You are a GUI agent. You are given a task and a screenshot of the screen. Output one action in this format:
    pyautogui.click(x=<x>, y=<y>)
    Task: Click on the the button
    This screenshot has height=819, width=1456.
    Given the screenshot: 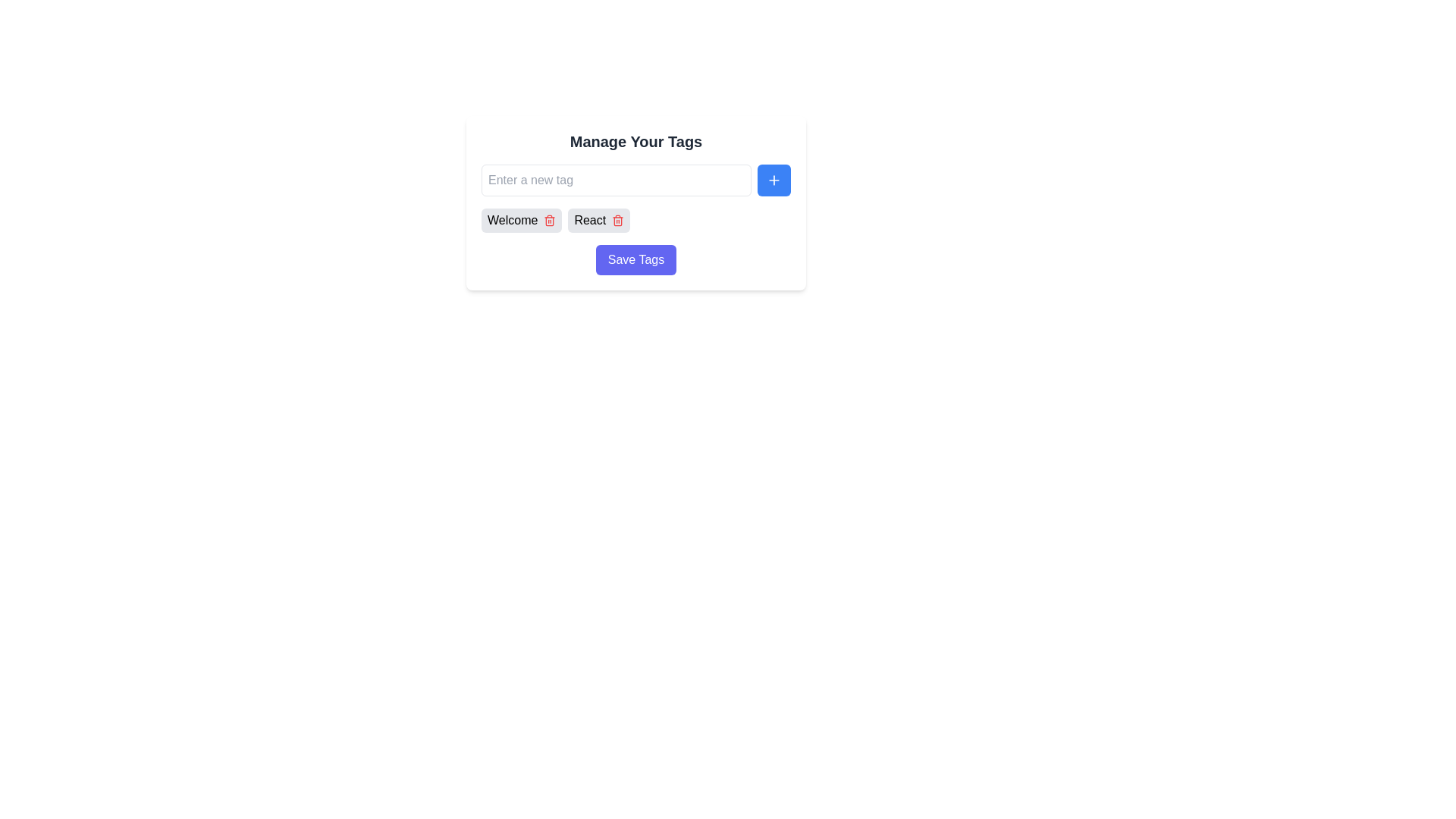 What is the action you would take?
    pyautogui.click(x=774, y=180)
    